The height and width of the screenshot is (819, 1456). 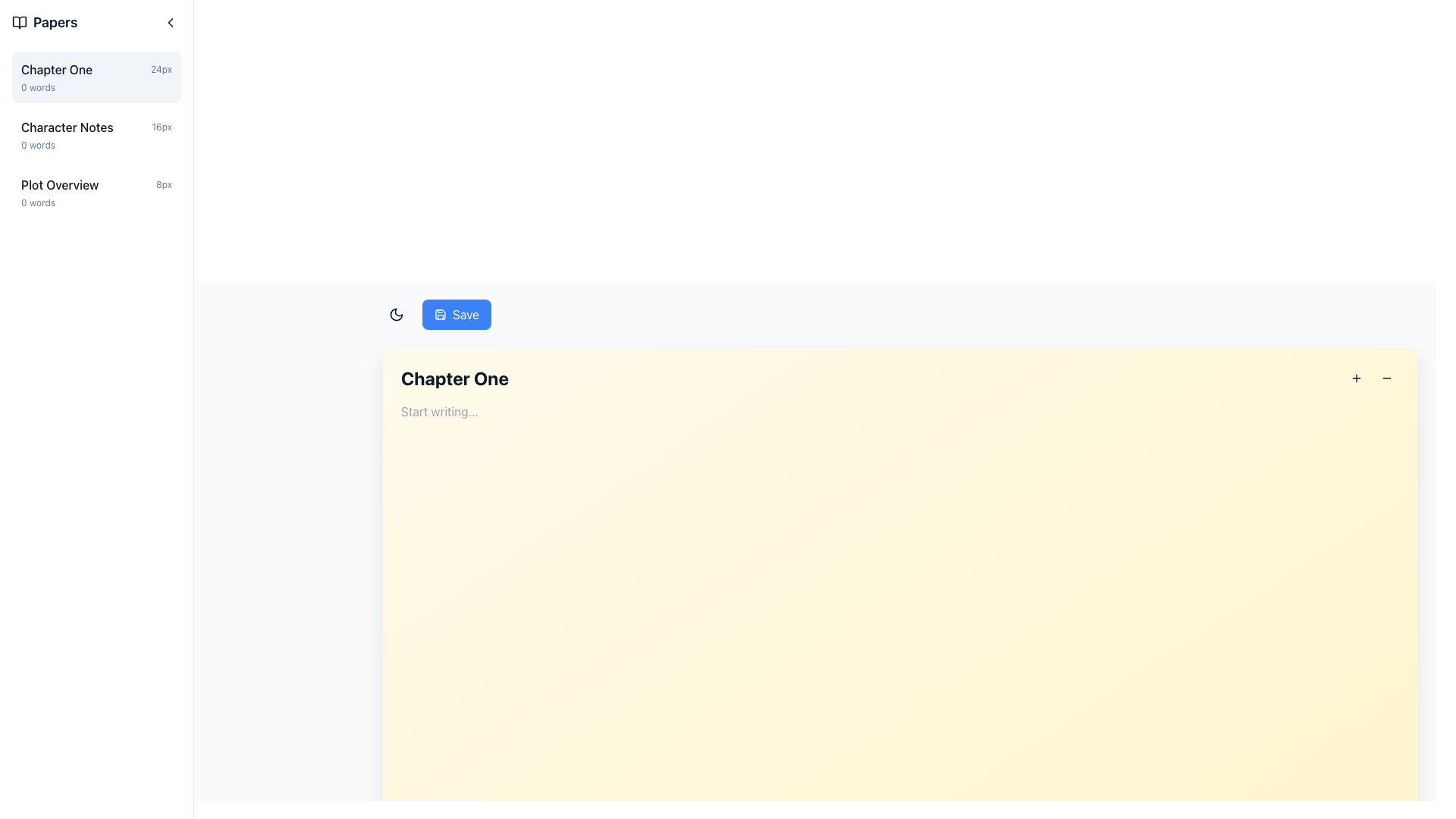 I want to click on the graphical icon located in the top-left region of the interface, next to the text 'Papers', which serves as a symbolic representation of the application's main feature, so click(x=19, y=23).